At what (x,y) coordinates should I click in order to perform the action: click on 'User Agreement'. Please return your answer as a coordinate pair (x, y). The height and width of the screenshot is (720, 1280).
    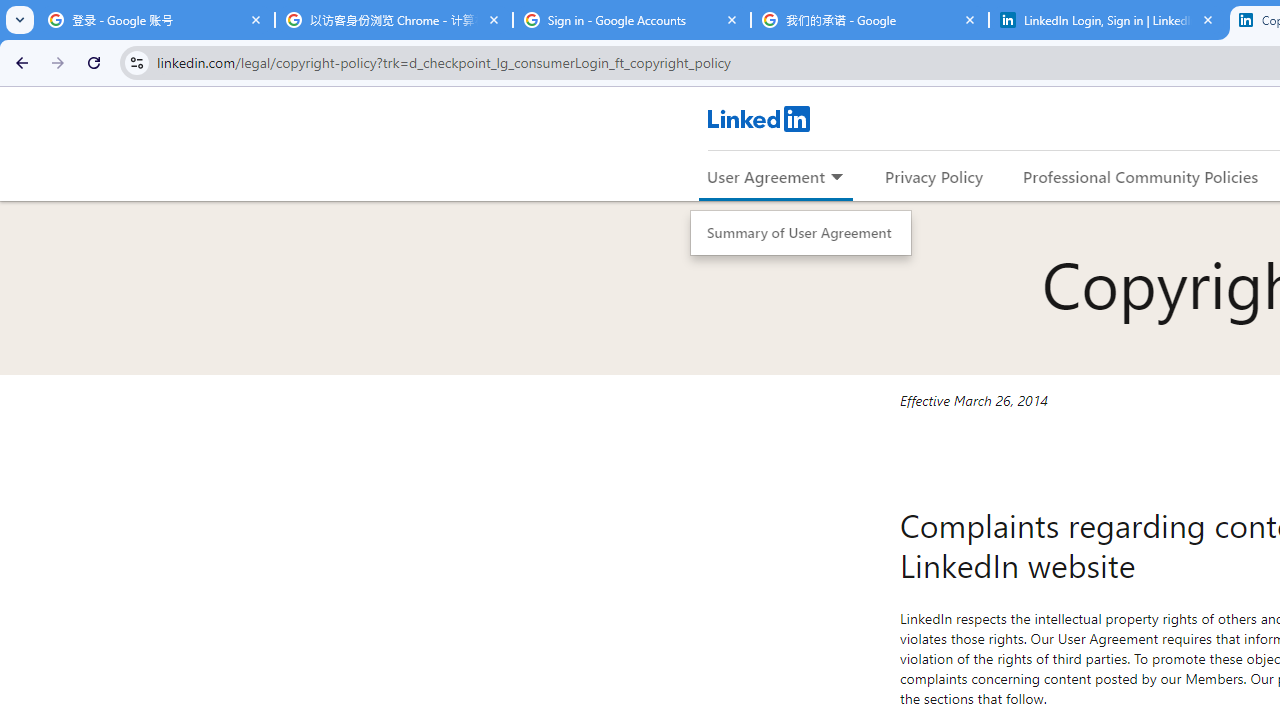
    Looking at the image, I should click on (765, 175).